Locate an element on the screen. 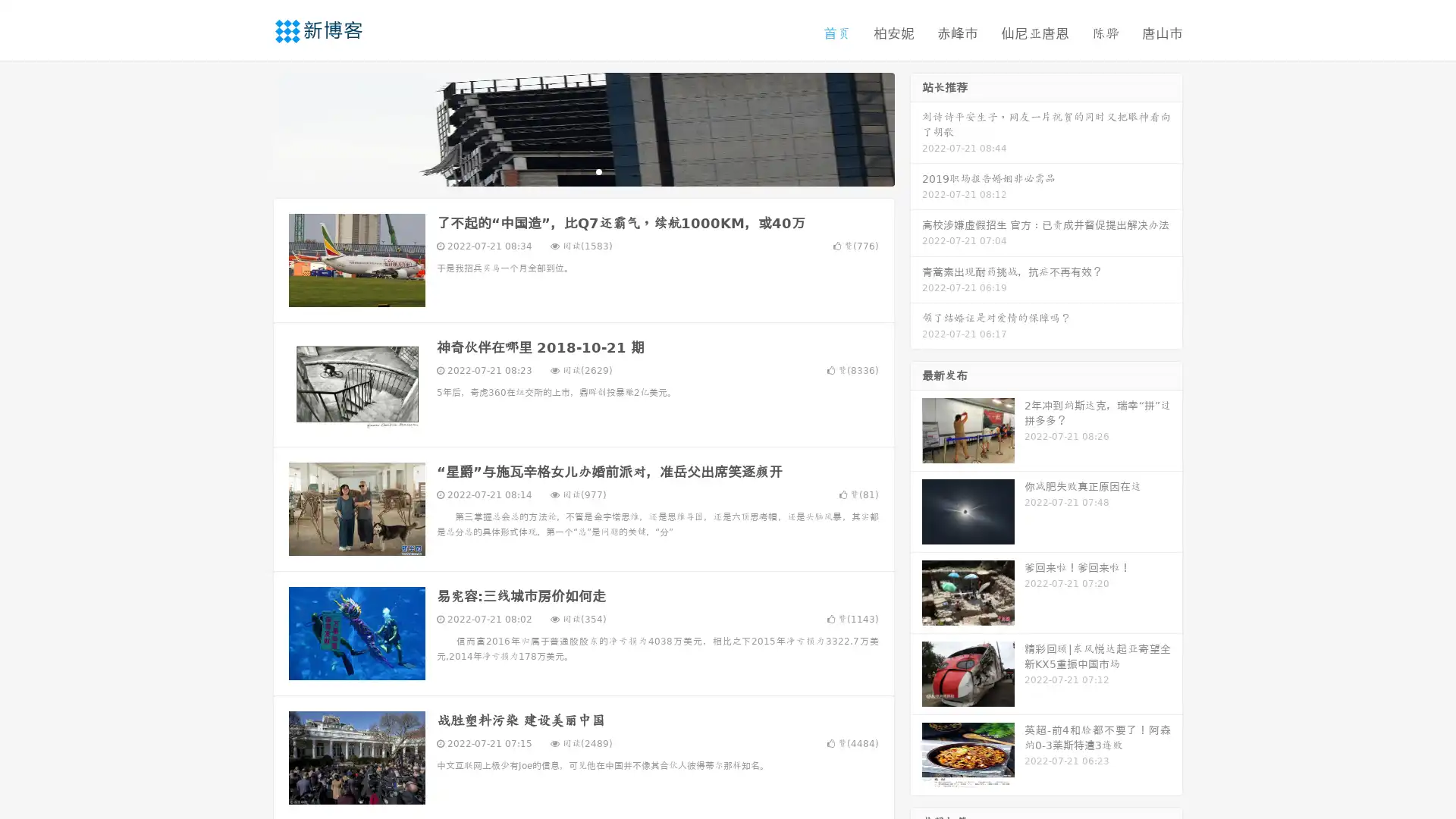  Next slide is located at coordinates (916, 127).